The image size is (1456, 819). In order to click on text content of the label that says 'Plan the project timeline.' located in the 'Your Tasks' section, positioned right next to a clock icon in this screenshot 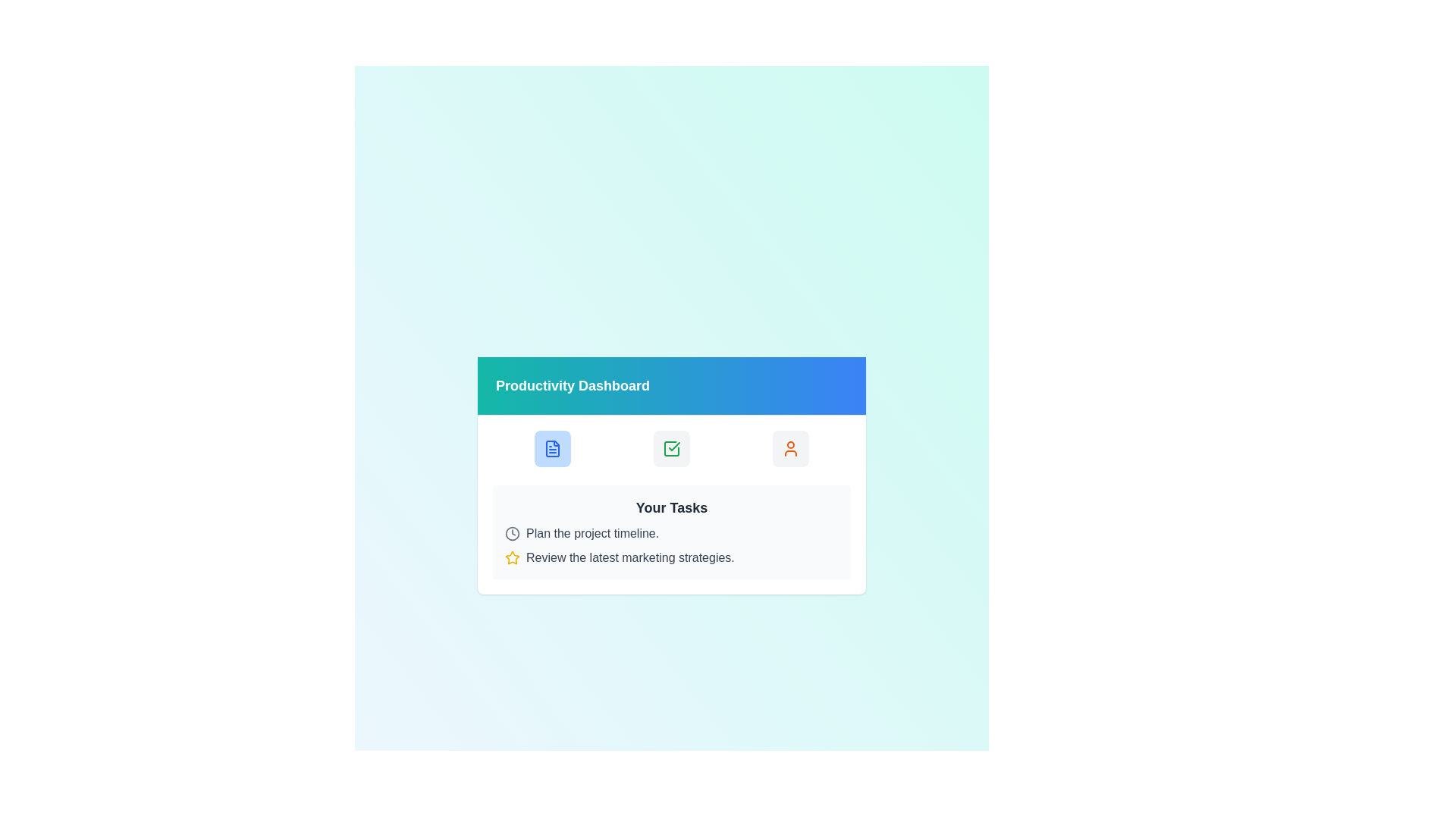, I will do `click(591, 532)`.